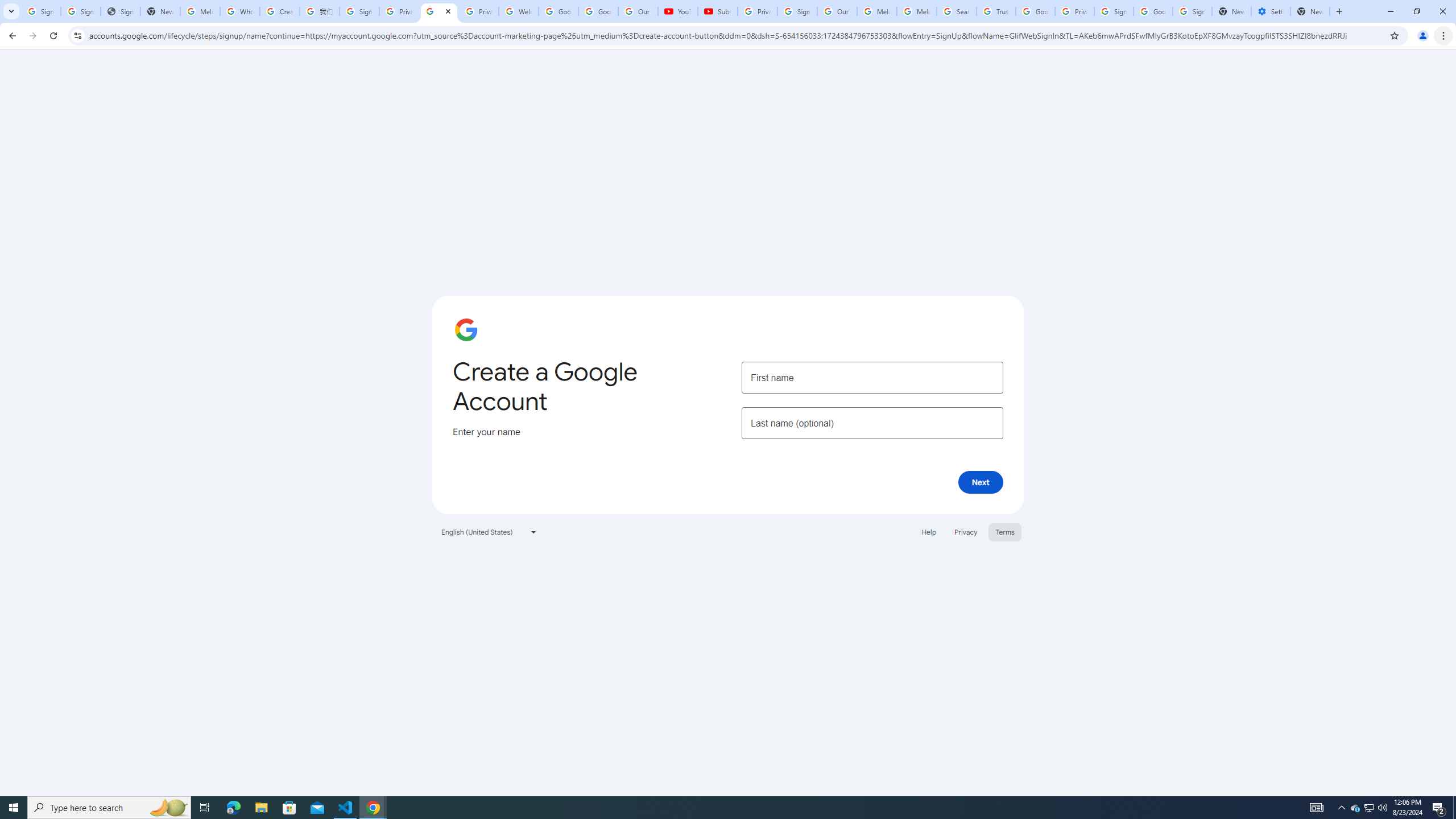  Describe the element at coordinates (981, 481) in the screenshot. I see `'Next'` at that location.